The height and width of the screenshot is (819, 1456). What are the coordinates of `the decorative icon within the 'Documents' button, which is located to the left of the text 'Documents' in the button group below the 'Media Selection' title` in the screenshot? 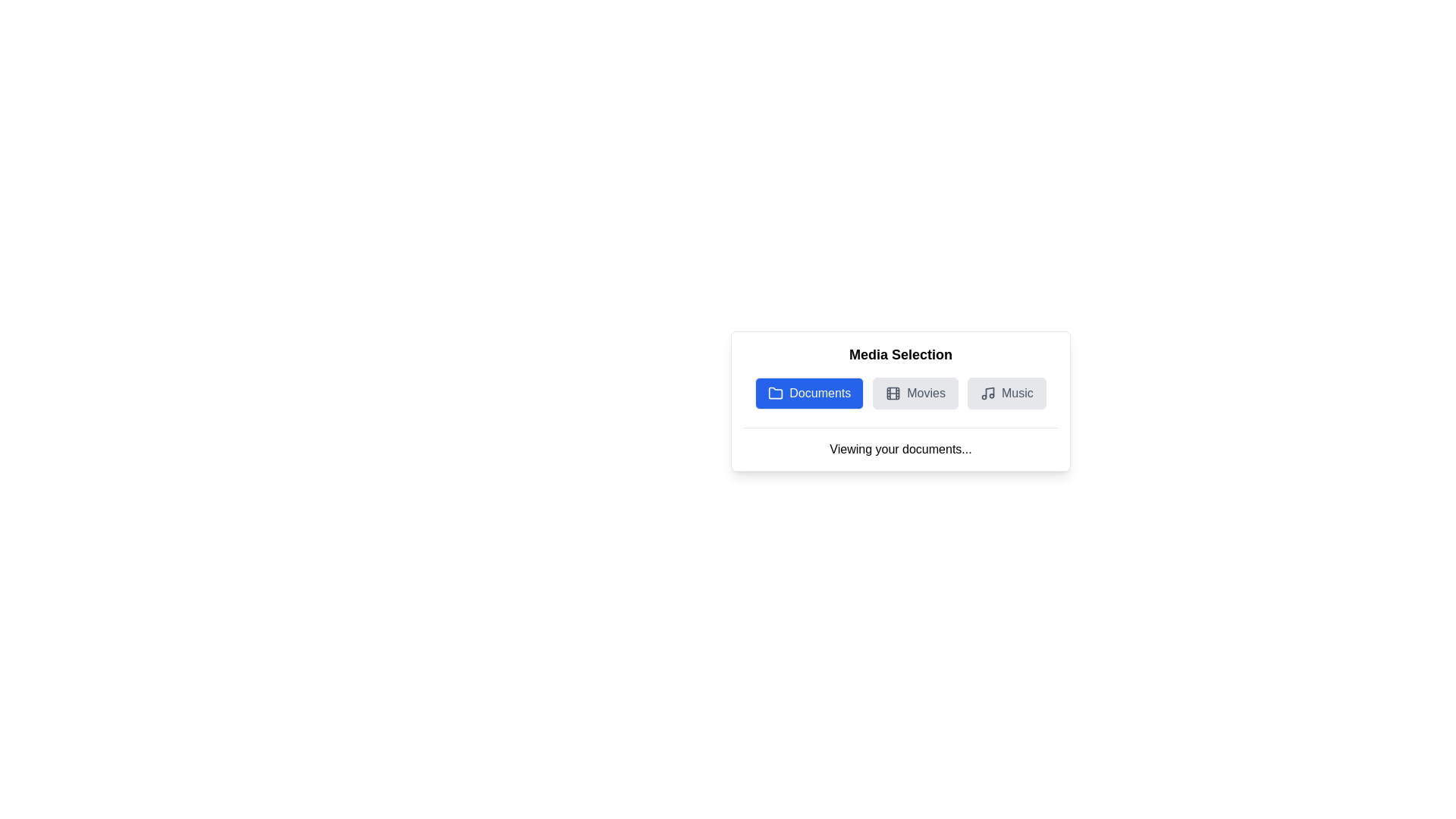 It's located at (776, 393).